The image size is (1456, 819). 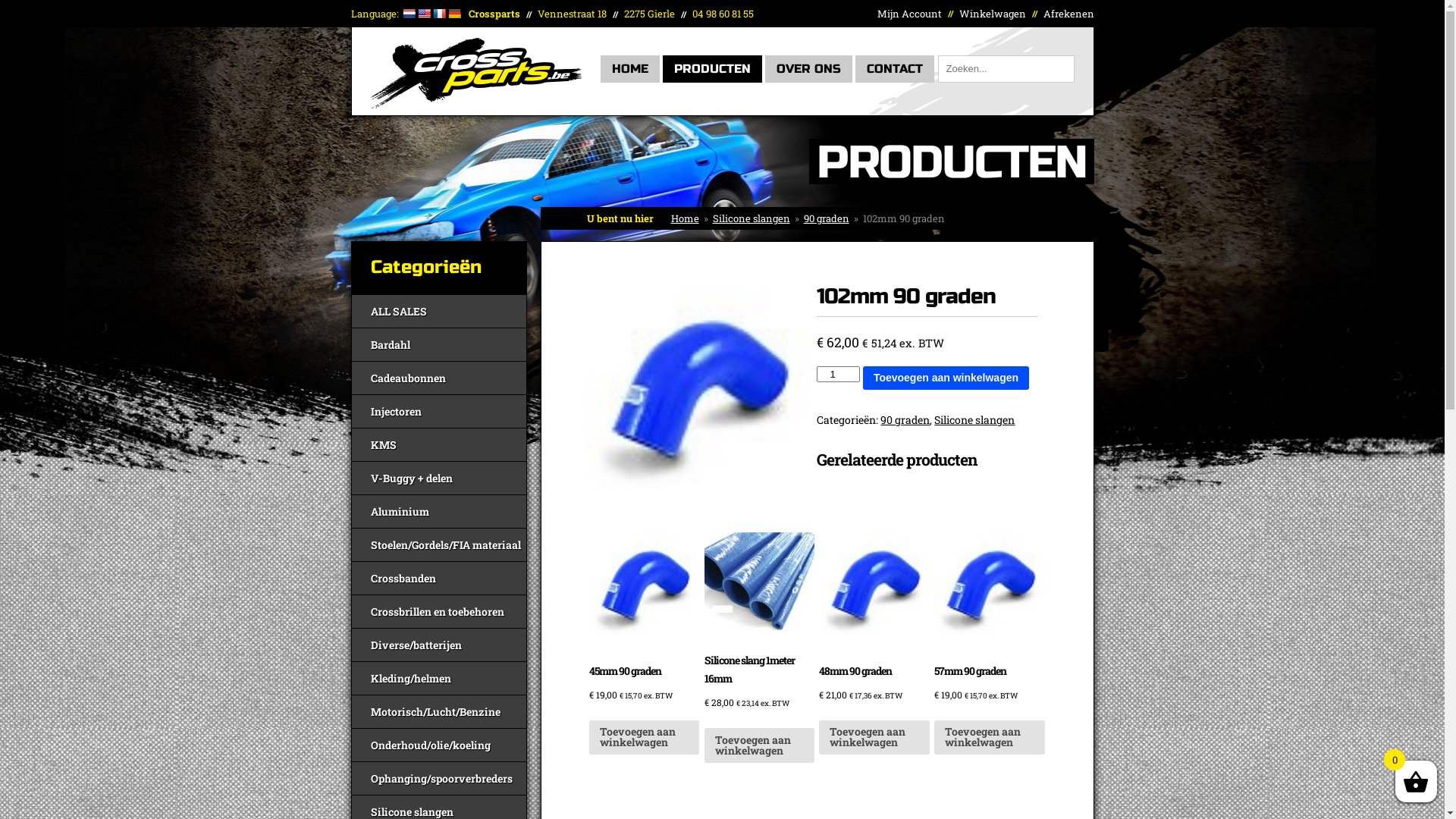 I want to click on 'Winkelwagen', so click(x=992, y=14).